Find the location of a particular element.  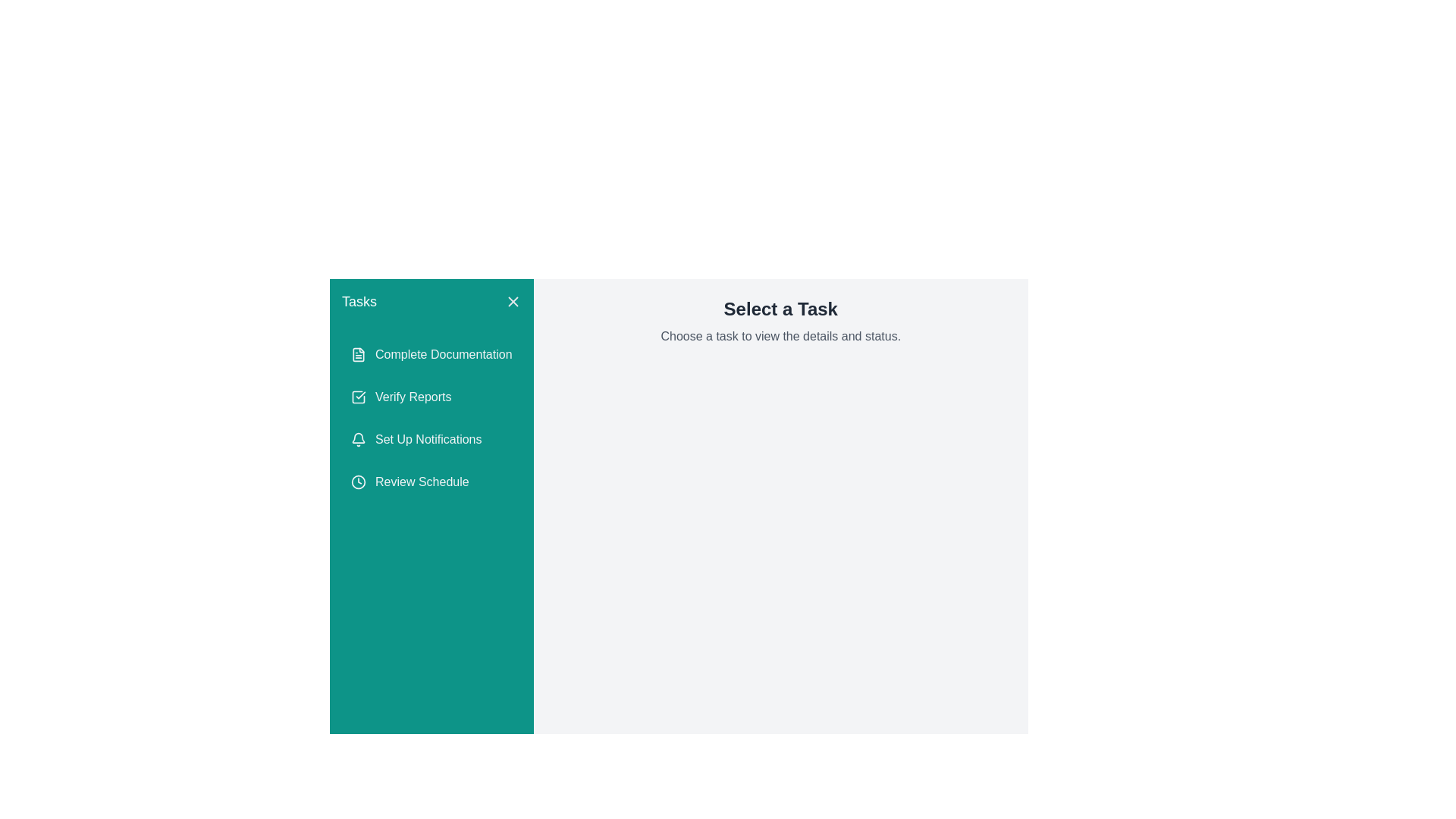

the second text label in the vertical list of tasks within the green sidebar menu on the left side of the interface is located at coordinates (413, 397).